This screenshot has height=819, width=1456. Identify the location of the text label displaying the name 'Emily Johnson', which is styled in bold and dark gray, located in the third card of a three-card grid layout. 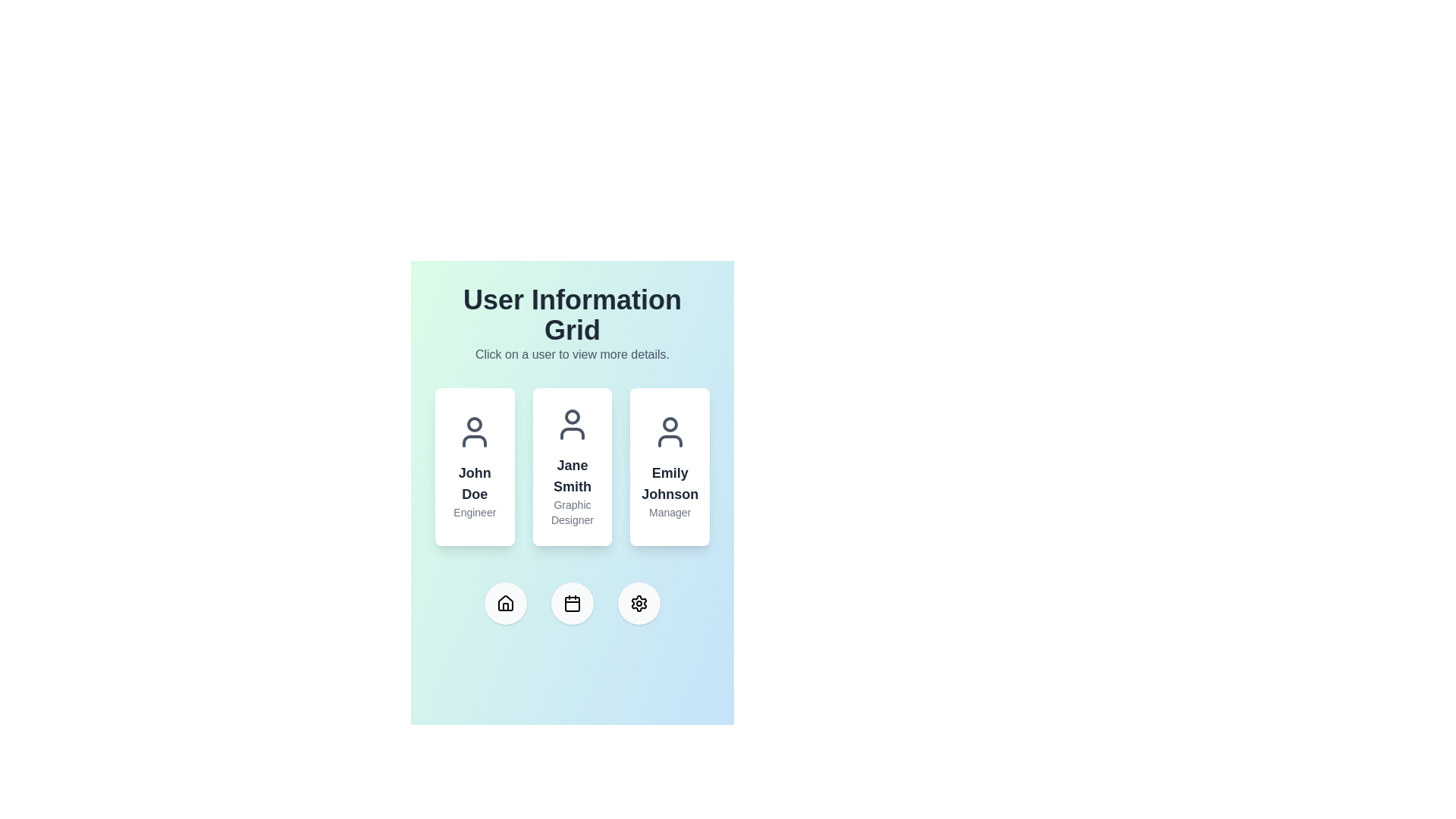
(669, 483).